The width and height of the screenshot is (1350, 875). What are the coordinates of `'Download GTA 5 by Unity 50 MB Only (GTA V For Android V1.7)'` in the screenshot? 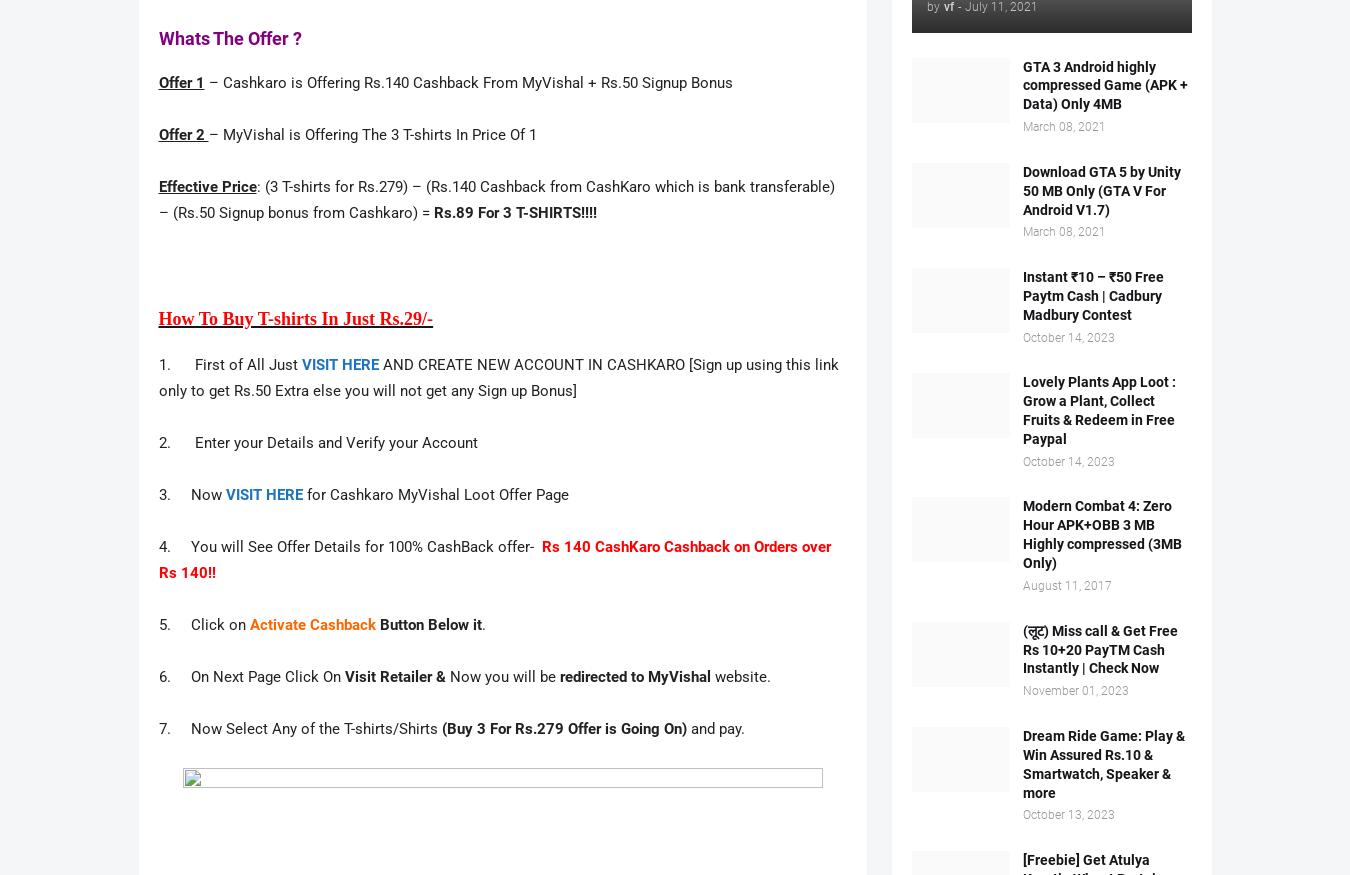 It's located at (1101, 189).